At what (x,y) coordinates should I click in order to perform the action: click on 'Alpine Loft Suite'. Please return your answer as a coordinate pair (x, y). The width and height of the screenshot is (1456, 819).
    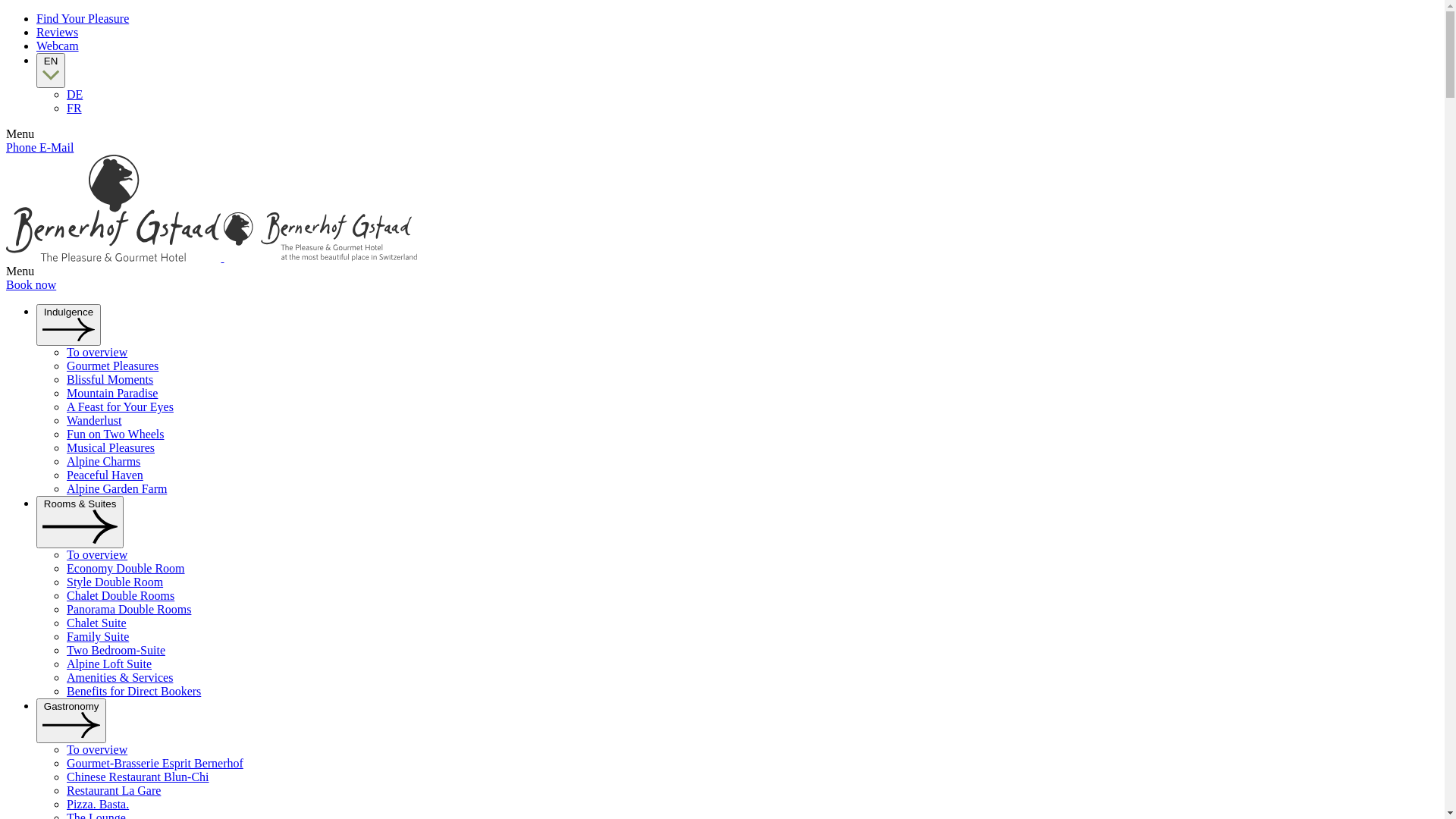
    Looking at the image, I should click on (108, 663).